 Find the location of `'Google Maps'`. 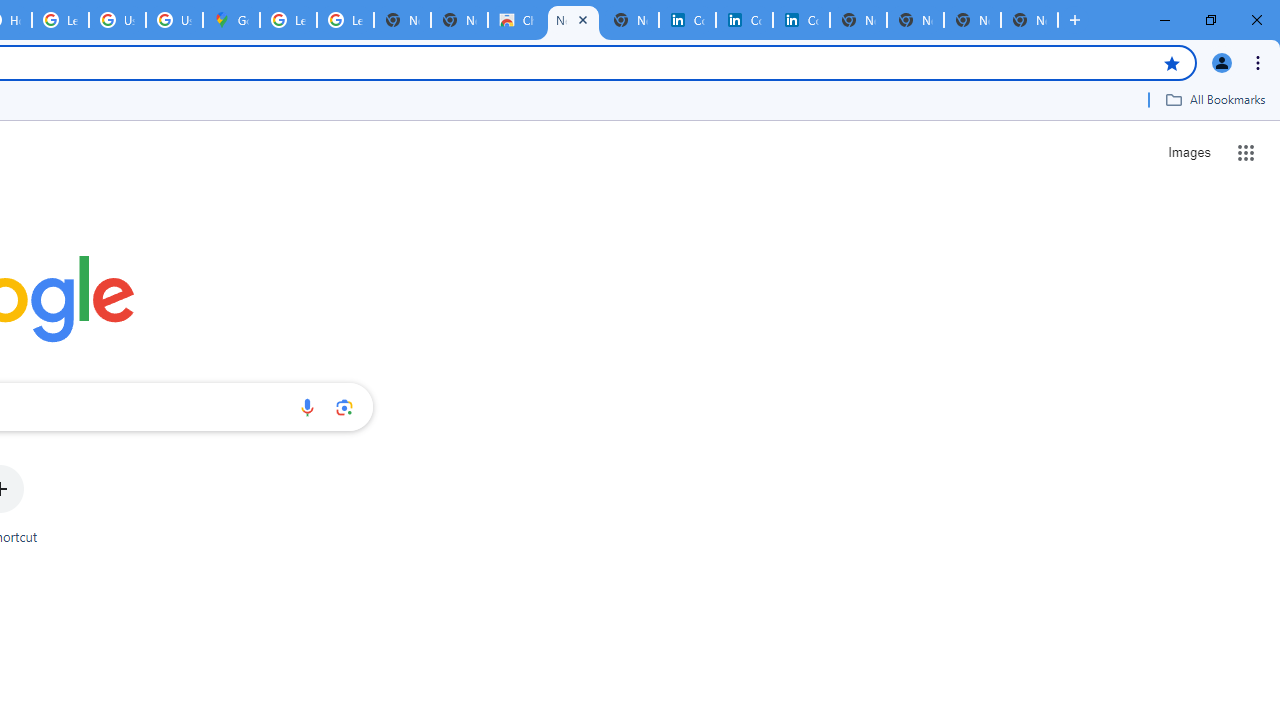

'Google Maps' is located at coordinates (231, 20).